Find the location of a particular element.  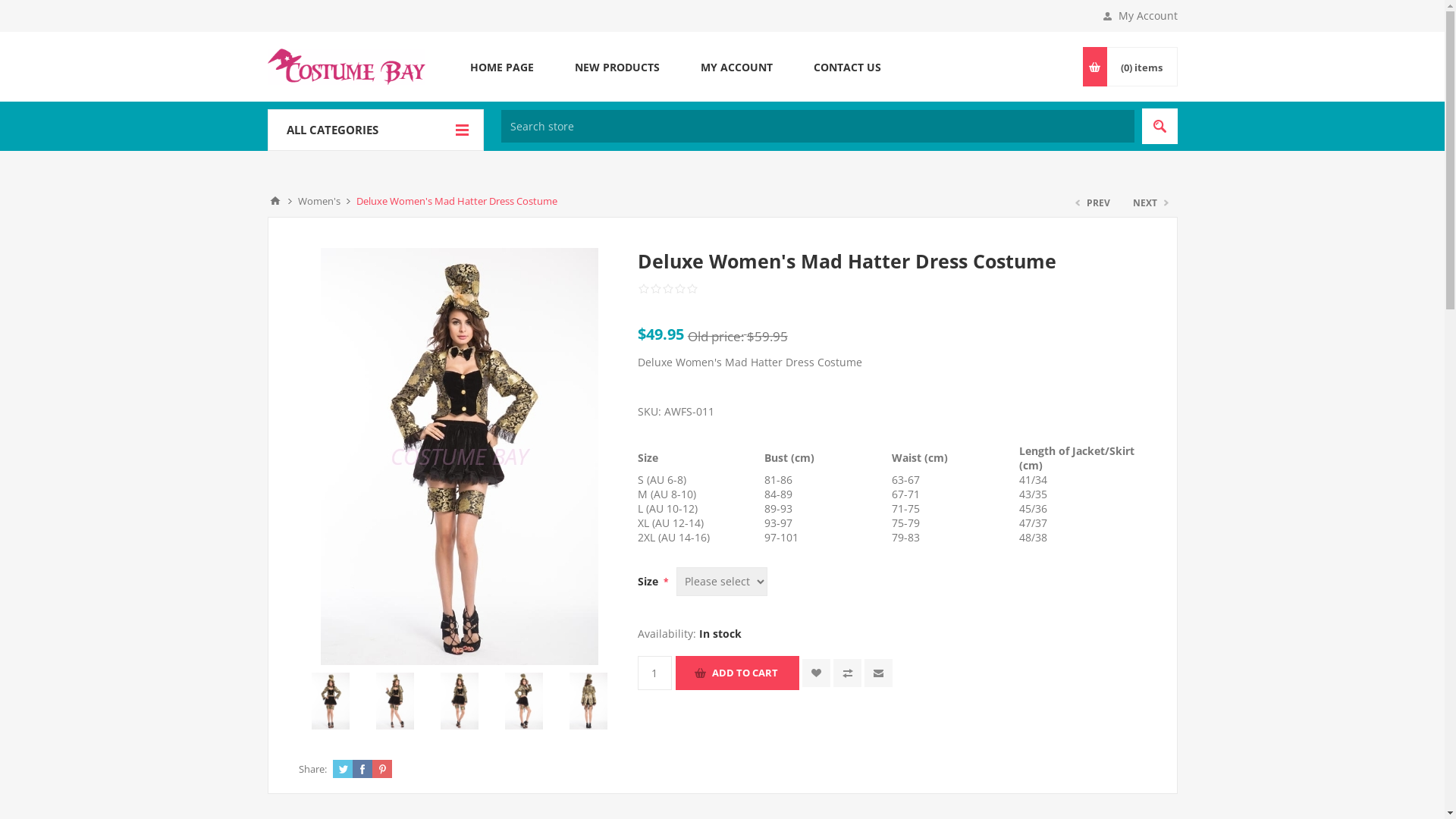

'MY ACCOUNT' is located at coordinates (736, 66).